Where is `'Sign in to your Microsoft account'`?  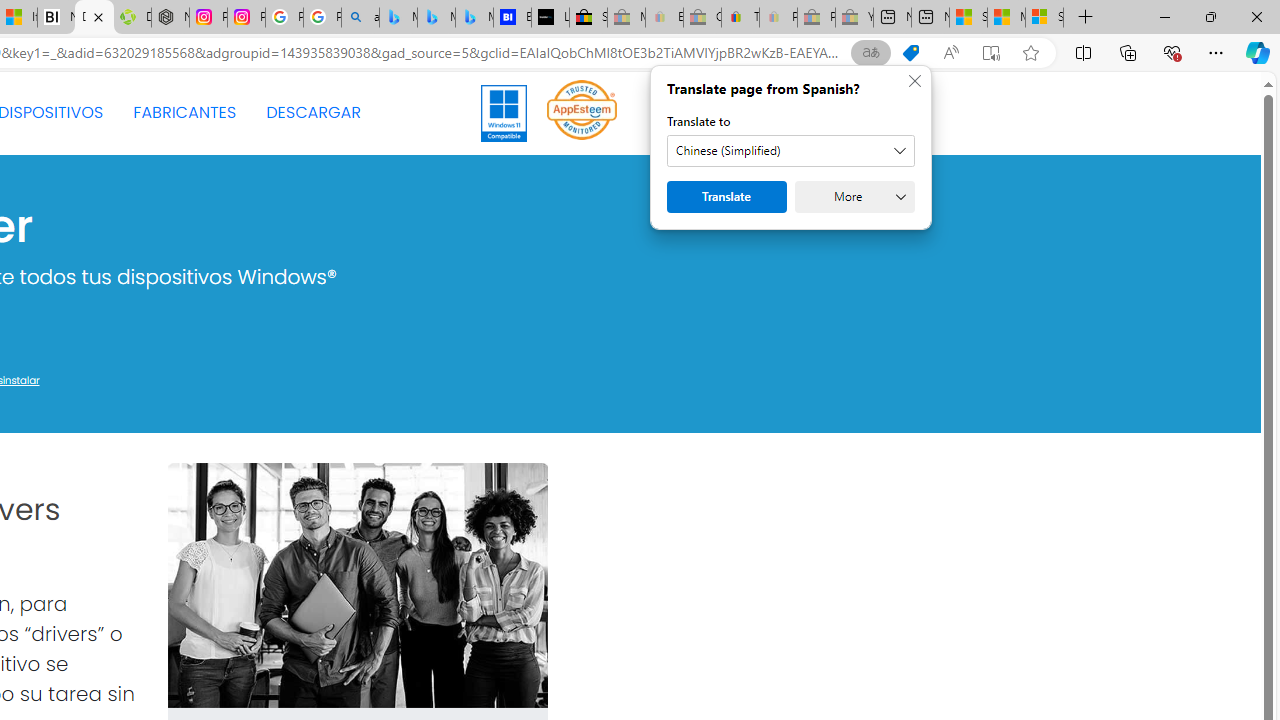
'Sign in to your Microsoft account' is located at coordinates (1044, 17).